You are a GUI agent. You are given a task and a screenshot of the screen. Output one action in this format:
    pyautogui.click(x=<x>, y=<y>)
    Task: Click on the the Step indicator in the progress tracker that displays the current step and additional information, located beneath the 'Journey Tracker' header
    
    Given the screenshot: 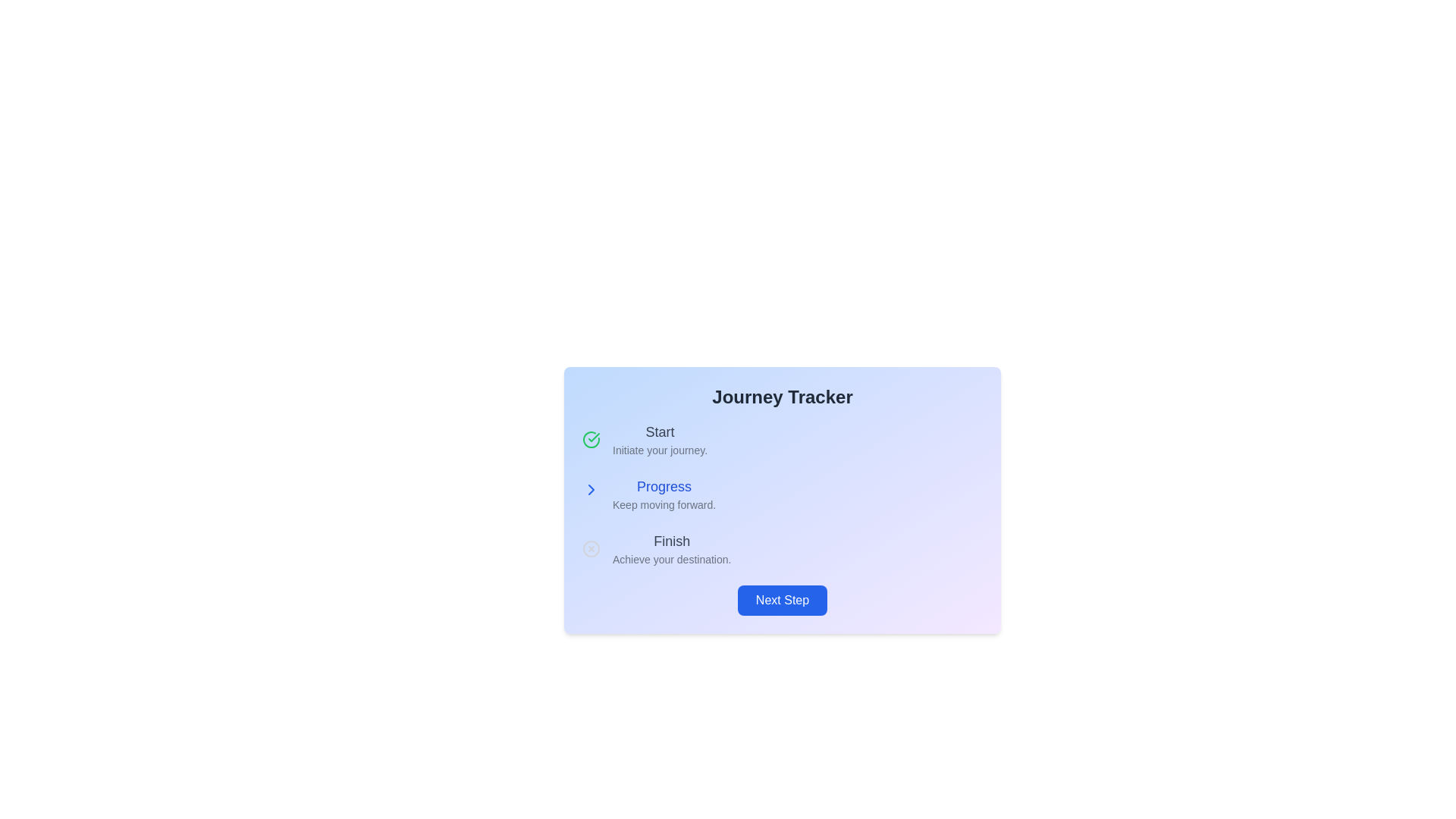 What is the action you would take?
    pyautogui.click(x=664, y=494)
    